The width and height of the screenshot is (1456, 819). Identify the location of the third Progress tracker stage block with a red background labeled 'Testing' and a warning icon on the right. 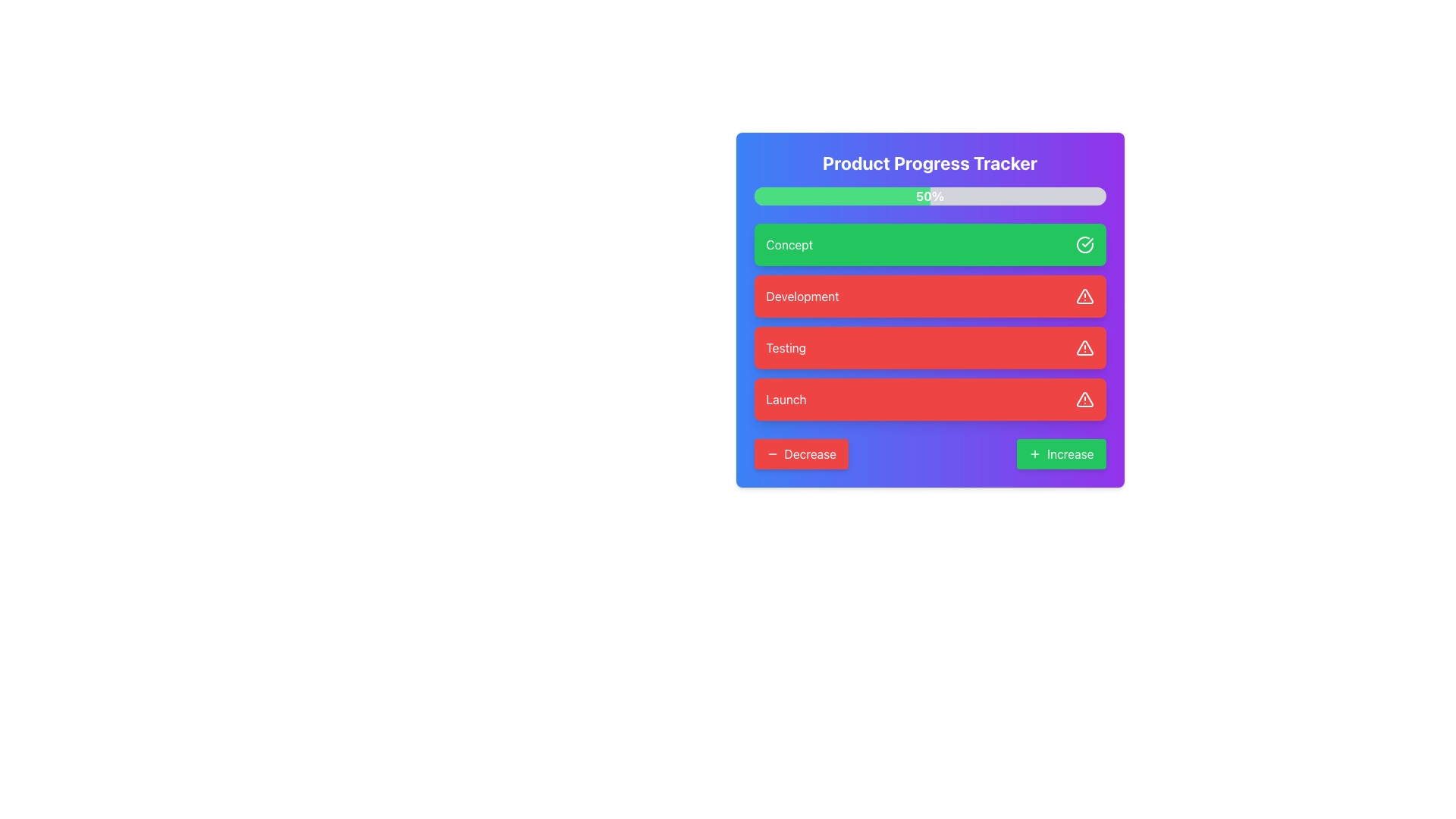
(929, 348).